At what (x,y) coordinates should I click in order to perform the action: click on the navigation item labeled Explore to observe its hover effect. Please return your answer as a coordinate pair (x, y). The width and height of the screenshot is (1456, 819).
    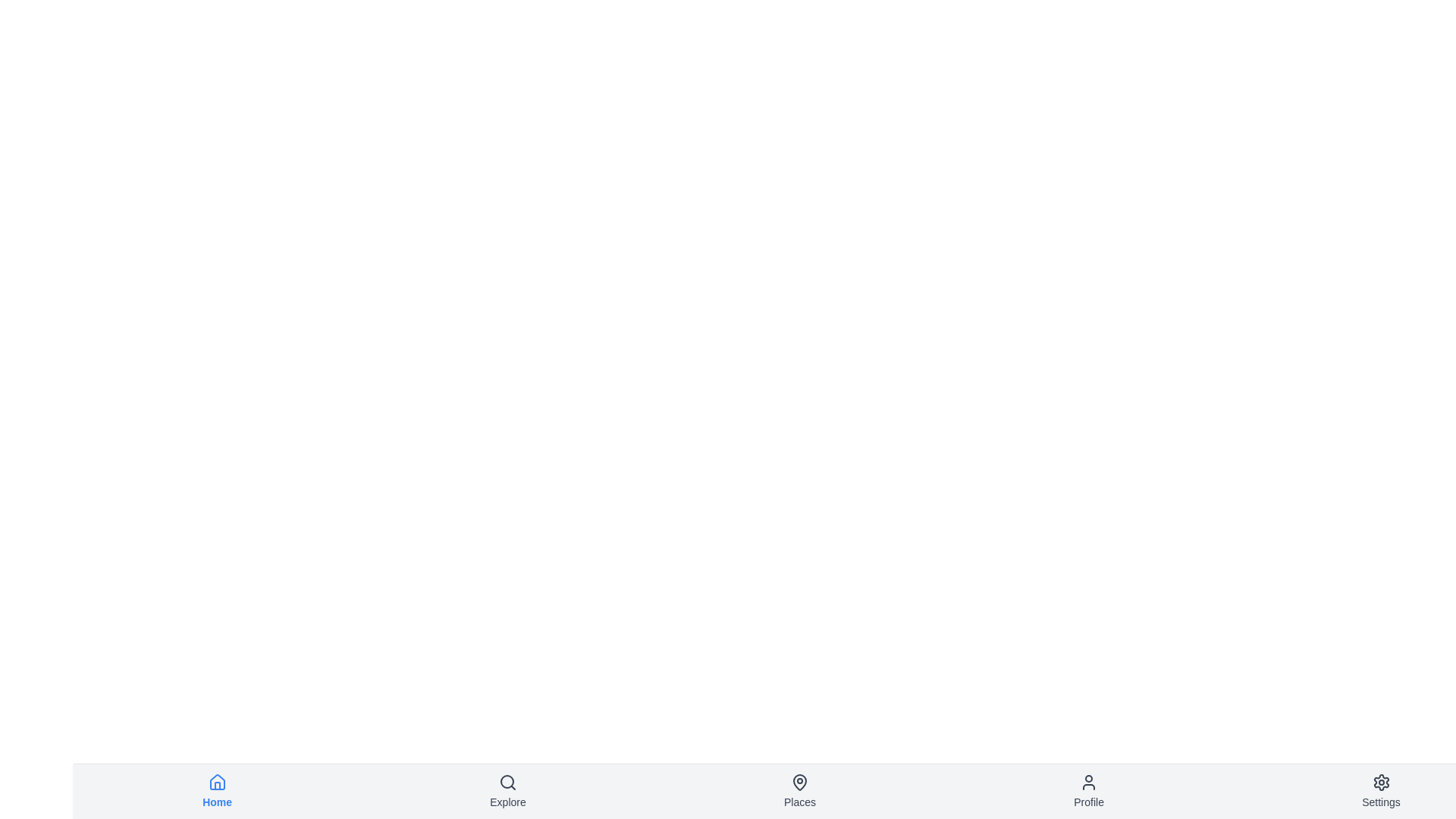
    Looking at the image, I should click on (508, 791).